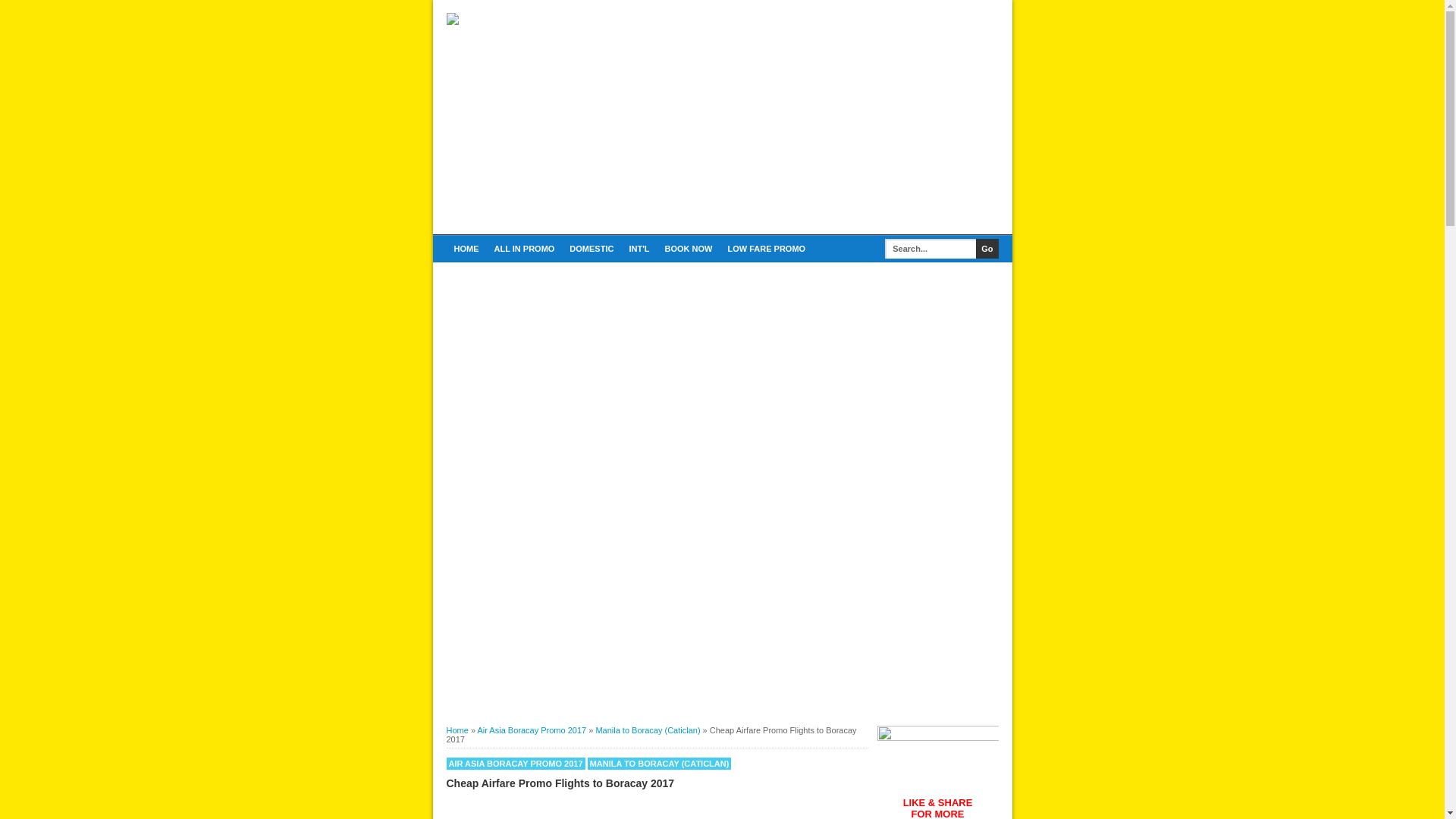 The height and width of the screenshot is (819, 1456). I want to click on 'Go', so click(987, 247).